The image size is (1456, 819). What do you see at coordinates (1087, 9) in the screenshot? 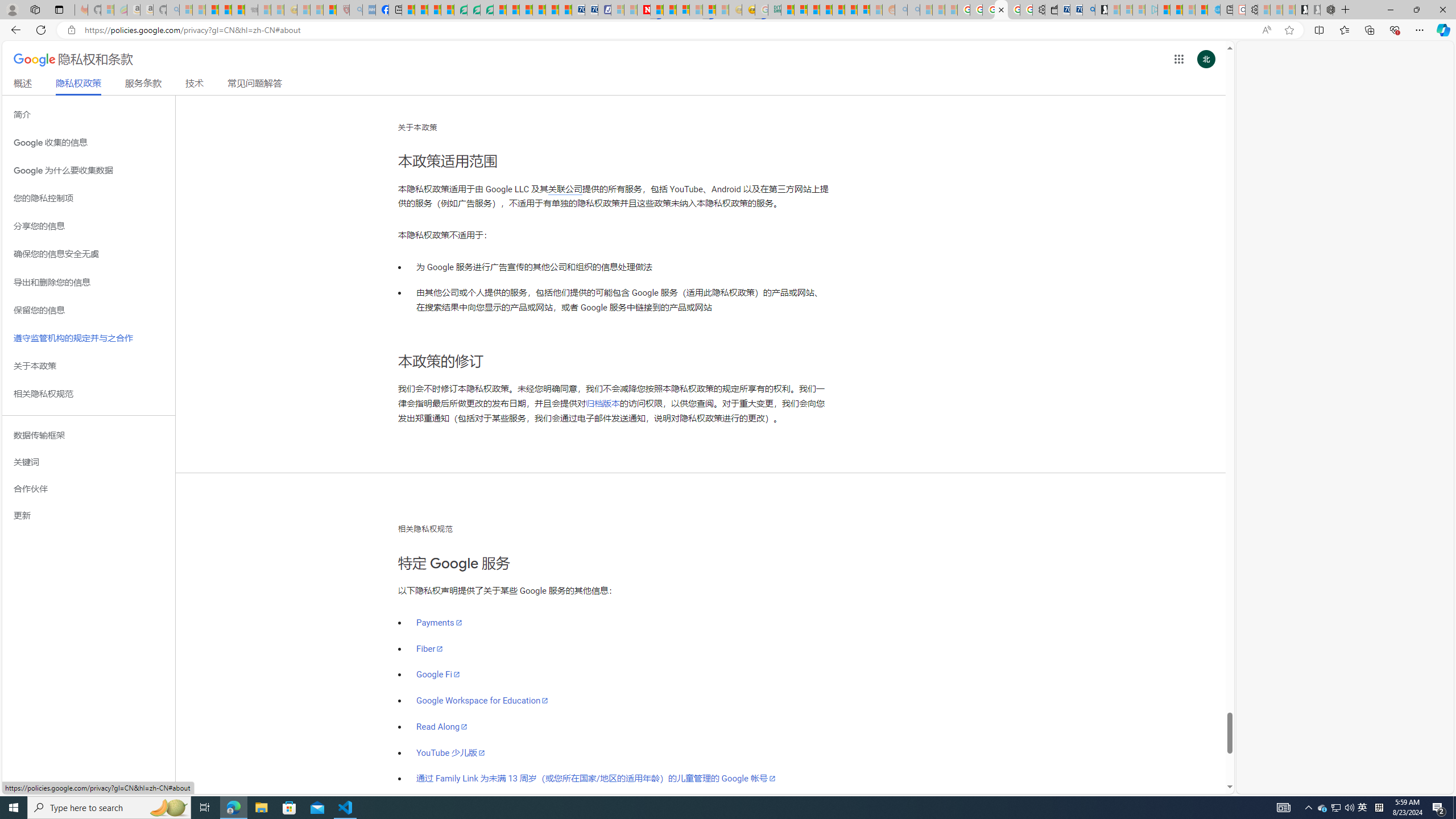
I see `'Bing Real Estate - Home sales and rental listings'` at bounding box center [1087, 9].